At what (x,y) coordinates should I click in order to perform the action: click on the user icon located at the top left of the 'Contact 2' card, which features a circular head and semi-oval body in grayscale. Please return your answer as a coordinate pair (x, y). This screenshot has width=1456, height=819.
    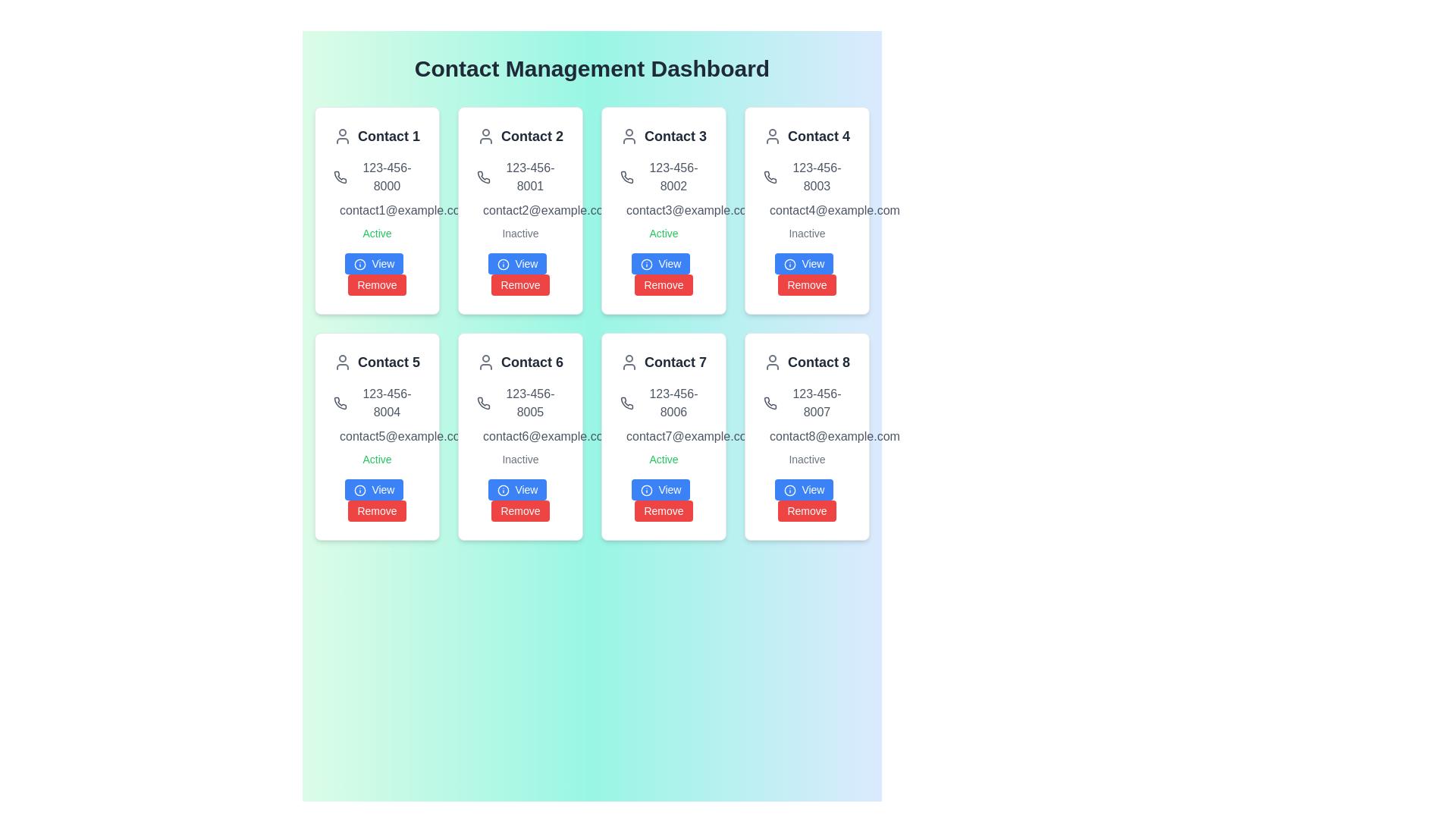
    Looking at the image, I should click on (486, 136).